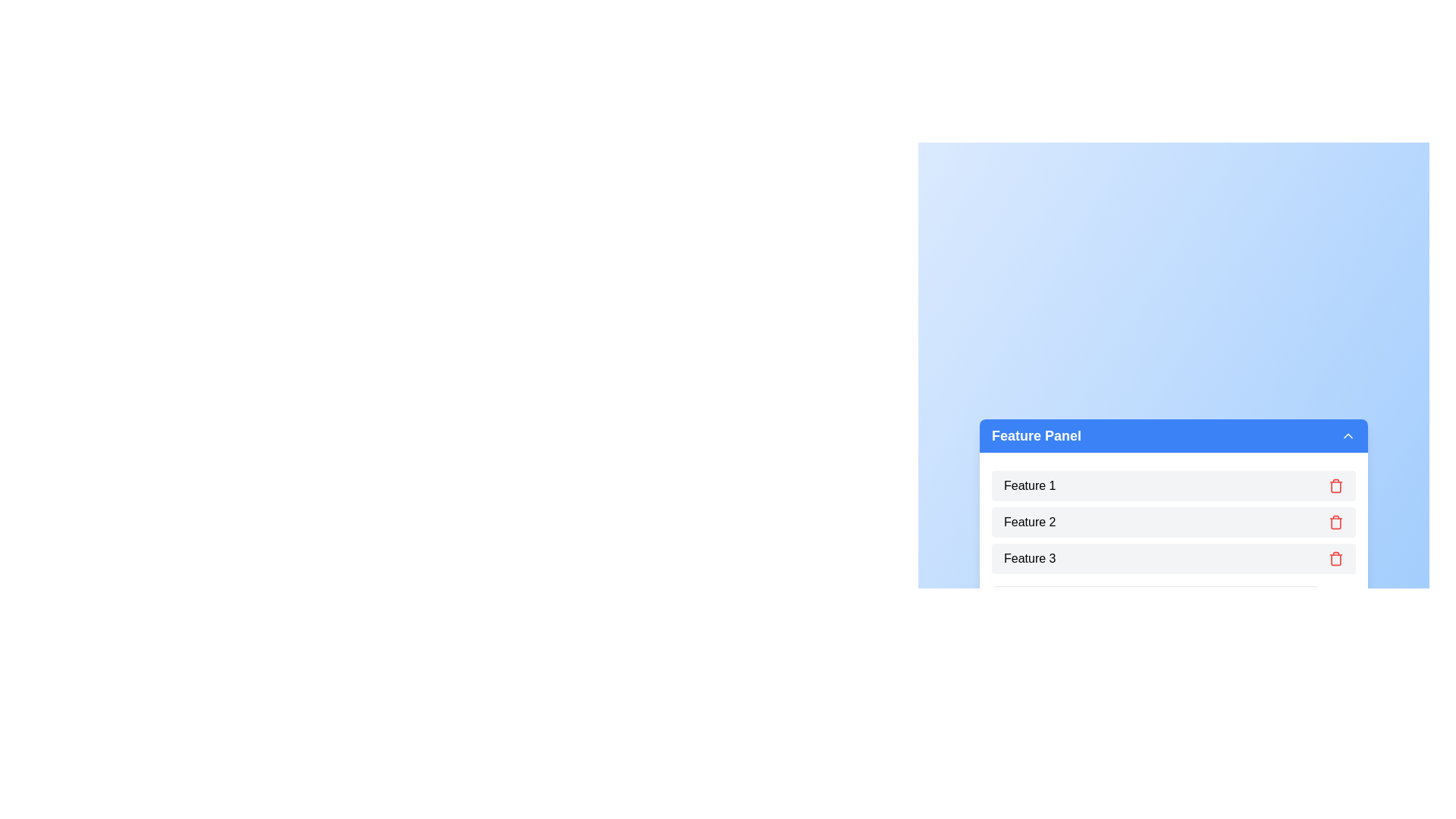  Describe the element at coordinates (1348, 435) in the screenshot. I see `the Icon button with a downward-pointing chevron, styled in white on a blue background, located at the top-right corner of the 'Feature Panel'` at that location.